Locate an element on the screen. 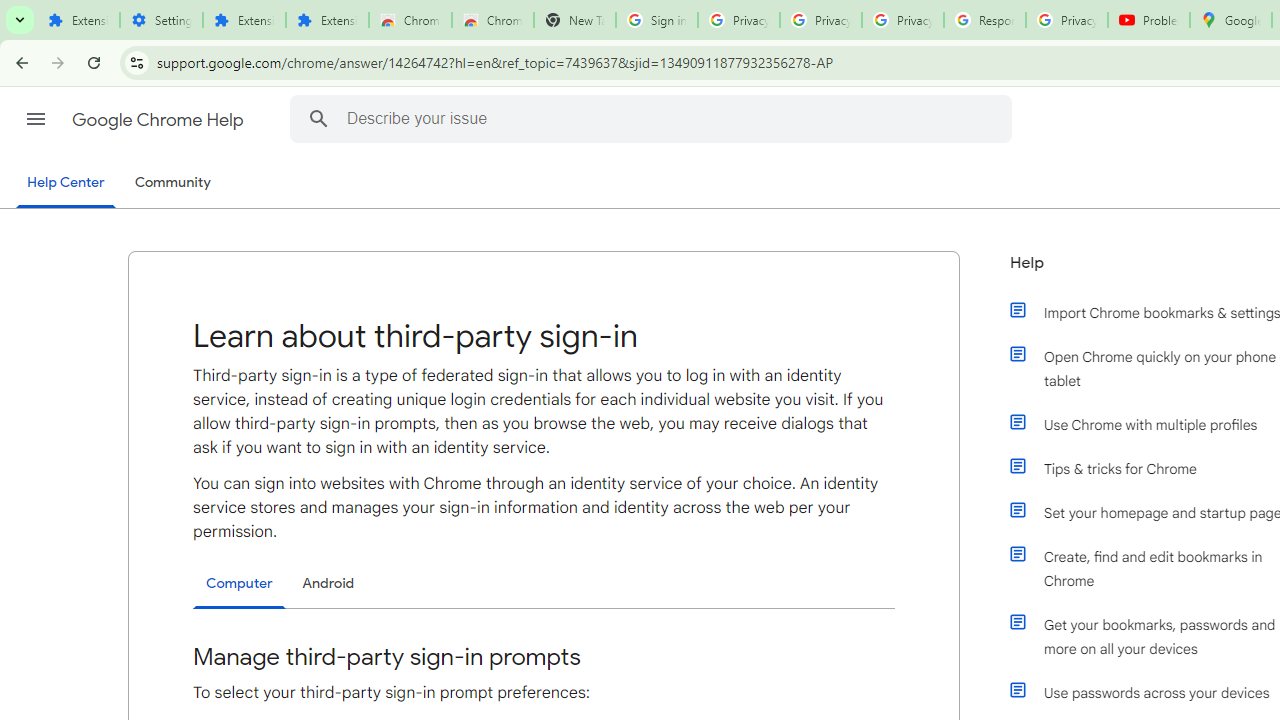 The width and height of the screenshot is (1280, 720). 'Extensions' is located at coordinates (327, 20).